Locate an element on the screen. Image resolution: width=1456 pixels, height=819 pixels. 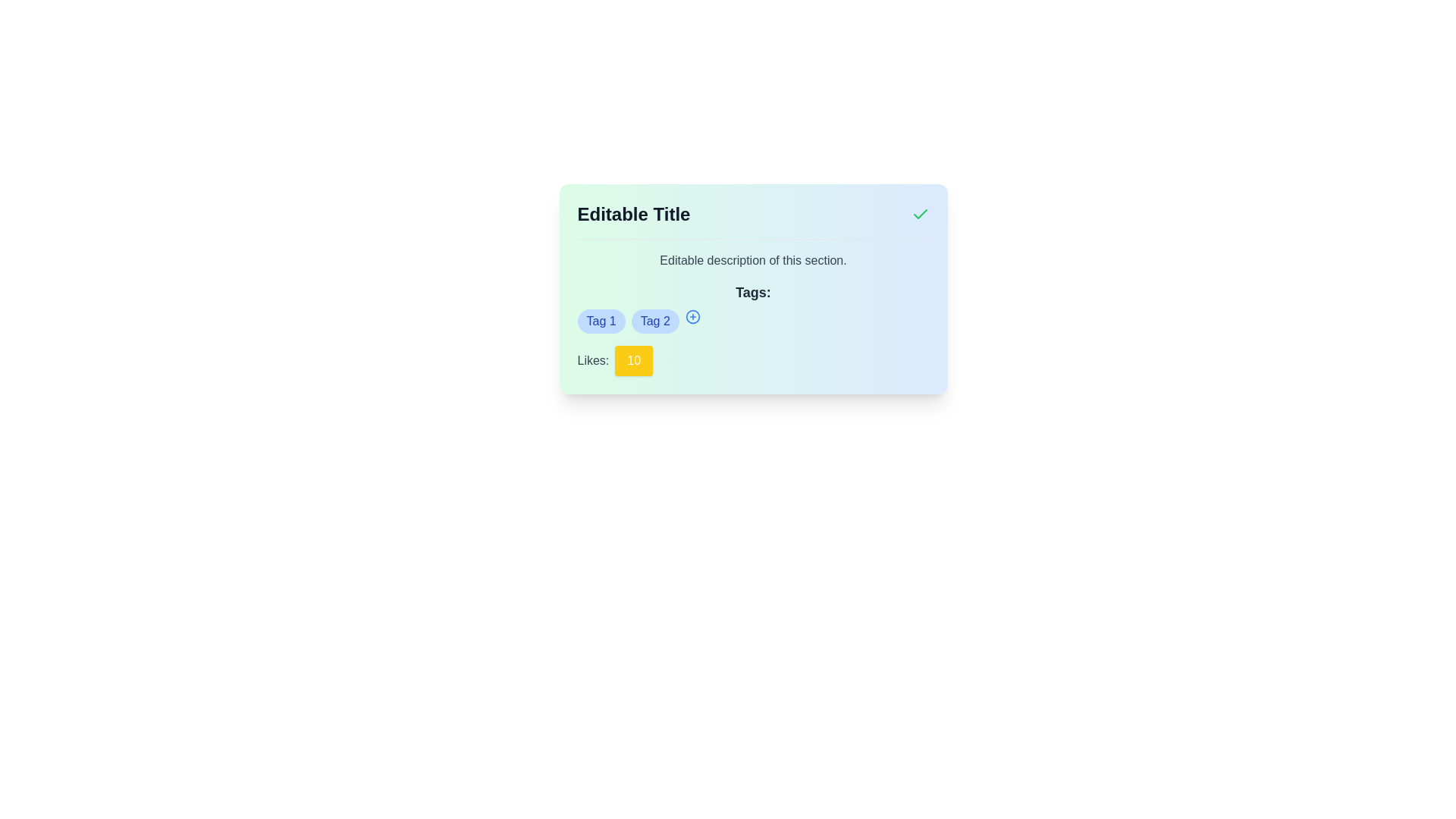
the center of the circular button with a blue outline and plus sign located in the 'Tags:' section, right of 'Tag 2' label is located at coordinates (692, 315).